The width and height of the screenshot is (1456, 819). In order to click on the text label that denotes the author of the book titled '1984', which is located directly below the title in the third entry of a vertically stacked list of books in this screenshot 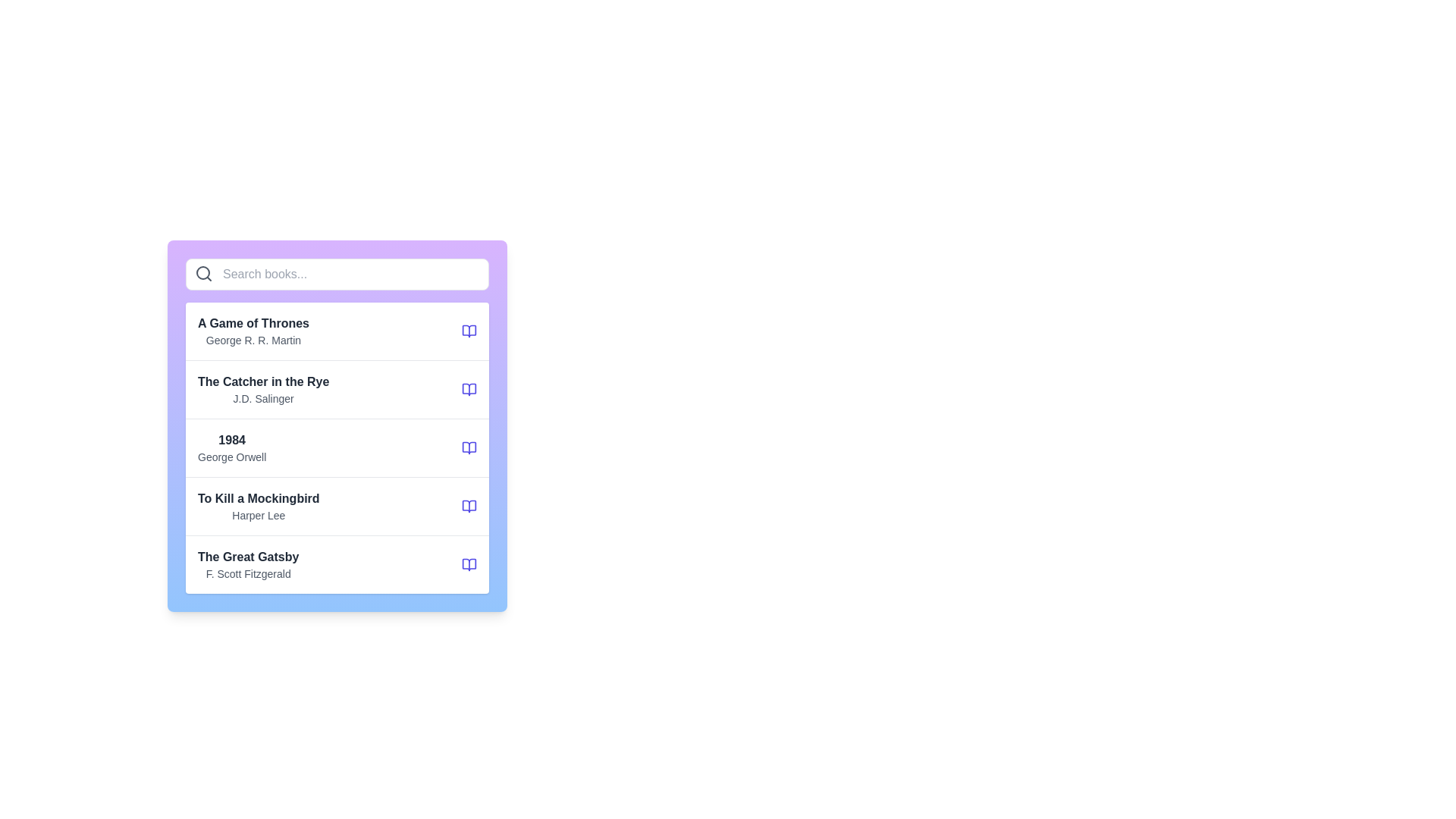, I will do `click(231, 456)`.